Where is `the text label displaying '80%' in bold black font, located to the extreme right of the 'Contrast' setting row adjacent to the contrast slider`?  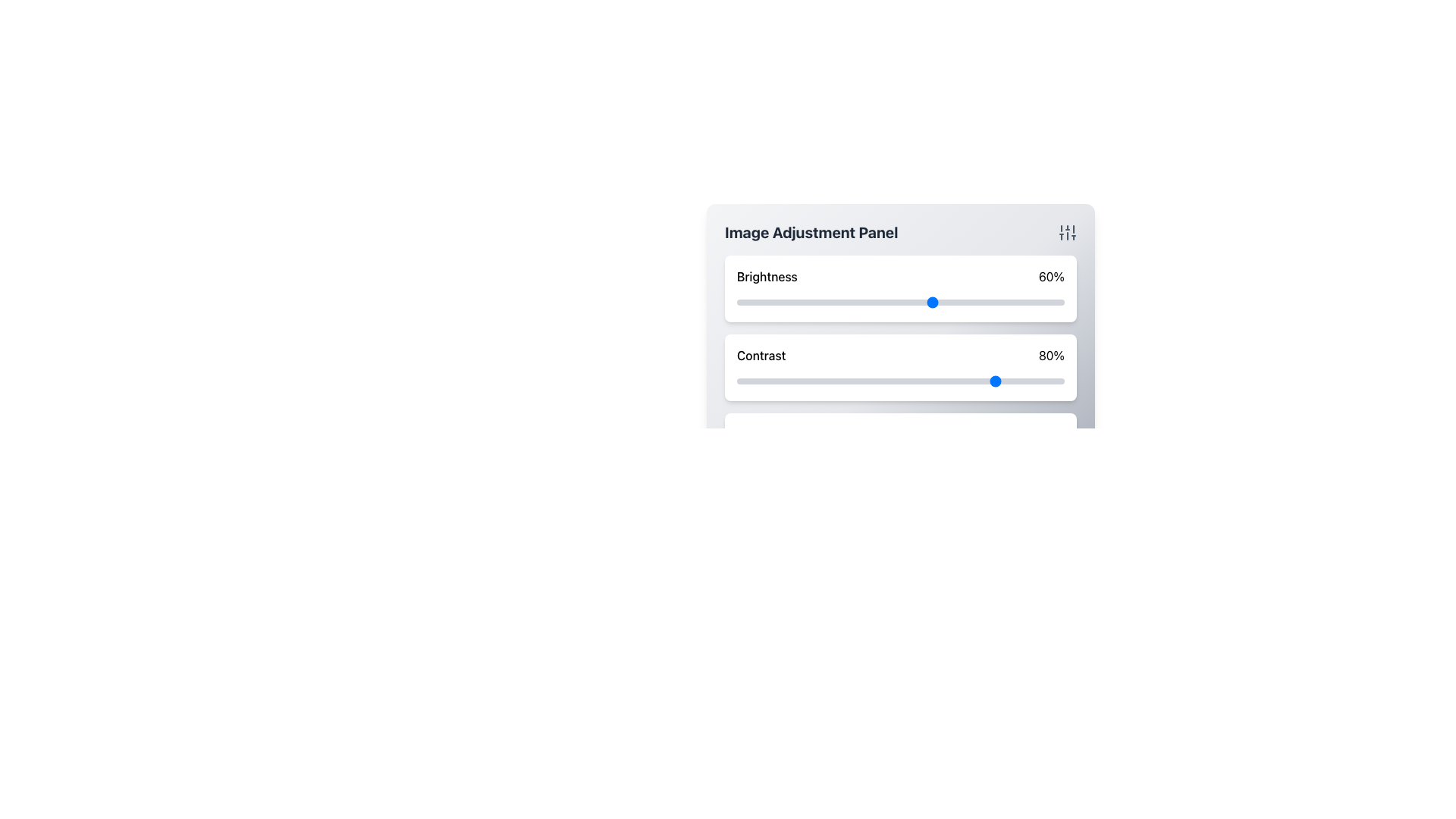 the text label displaying '80%' in bold black font, located to the extreme right of the 'Contrast' setting row adjacent to the contrast slider is located at coordinates (1050, 356).